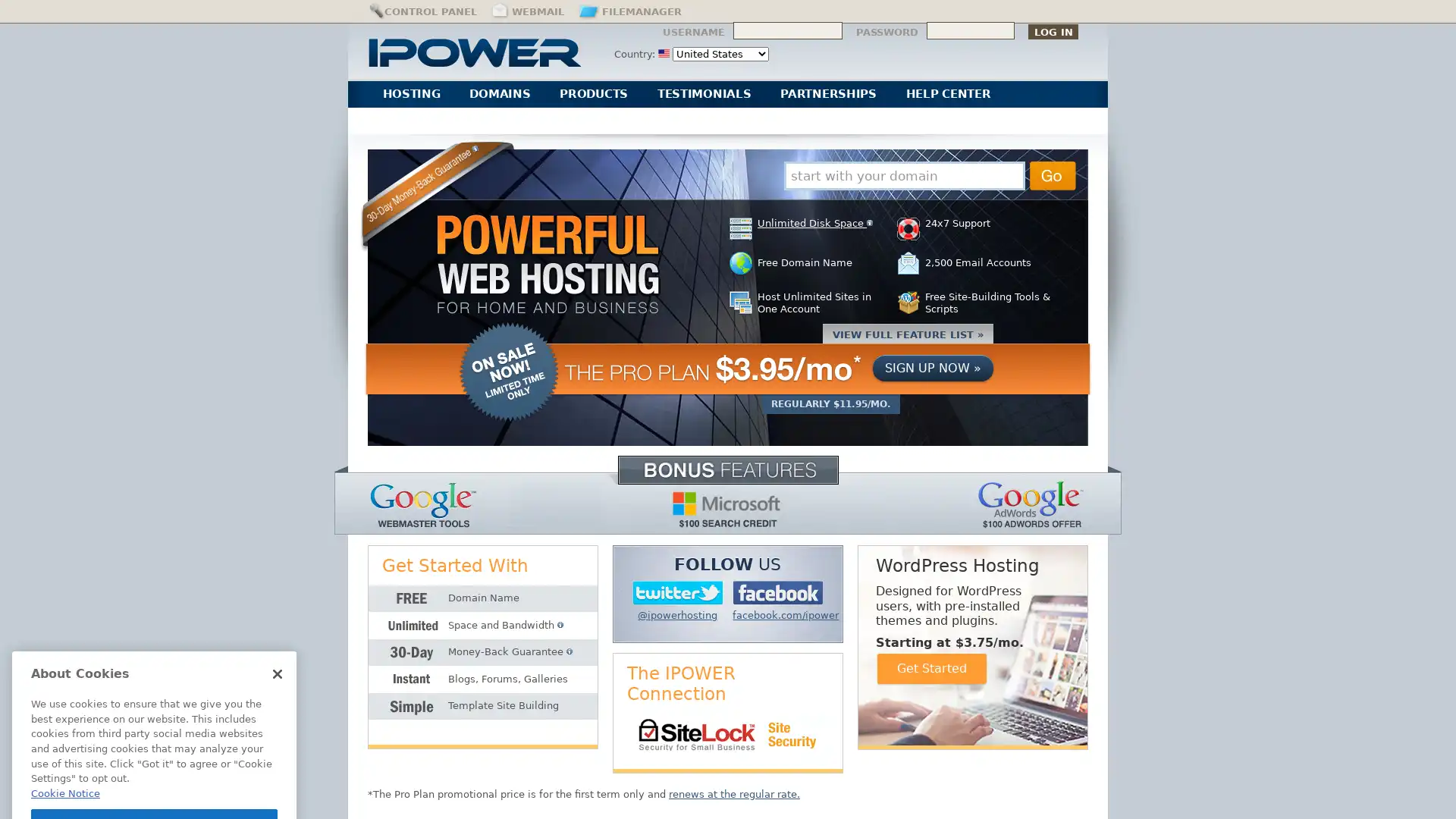 The image size is (1456, 819). Describe the element at coordinates (154, 719) in the screenshot. I see `Got It` at that location.